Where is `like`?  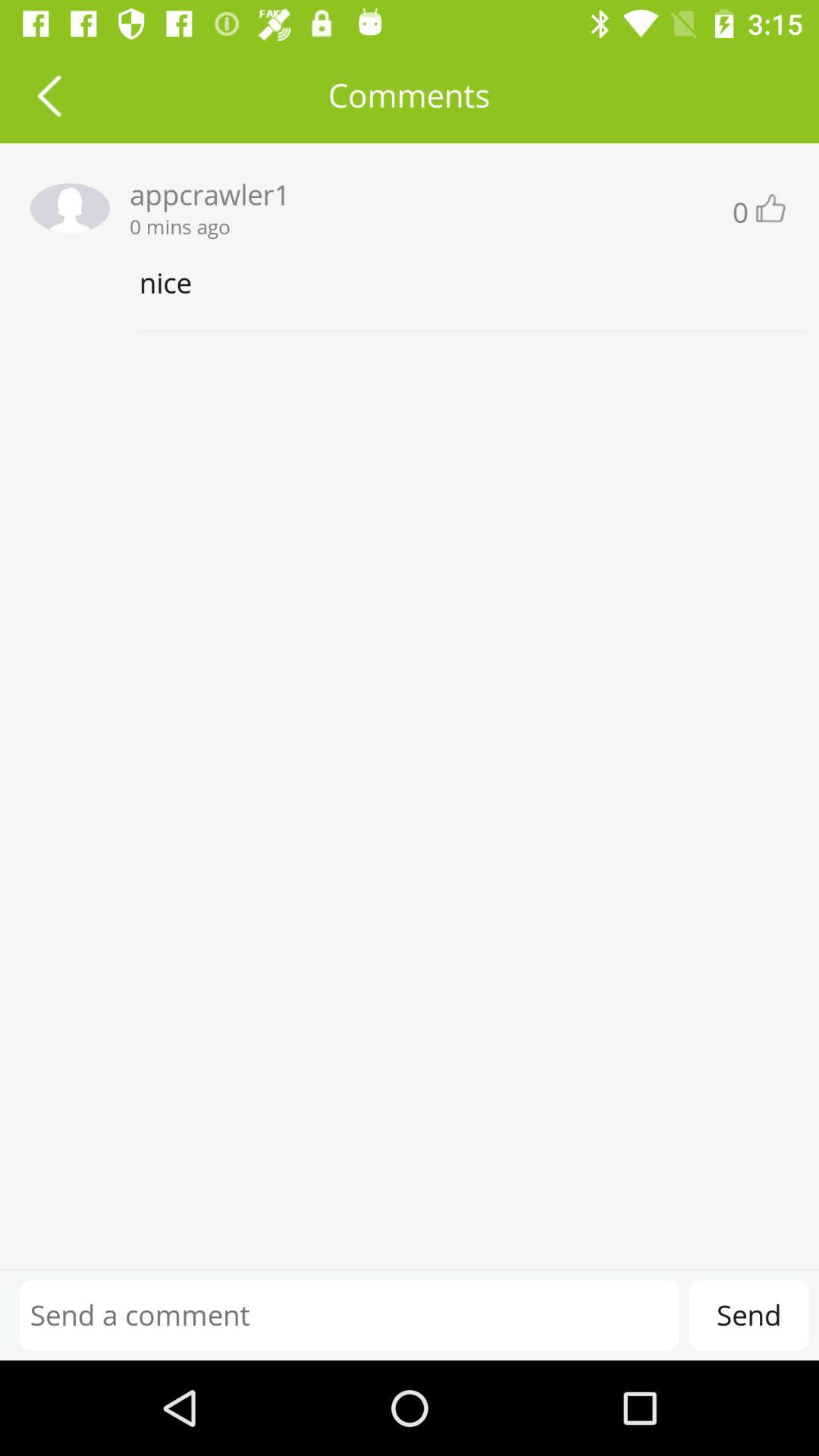
like is located at coordinates (769, 207).